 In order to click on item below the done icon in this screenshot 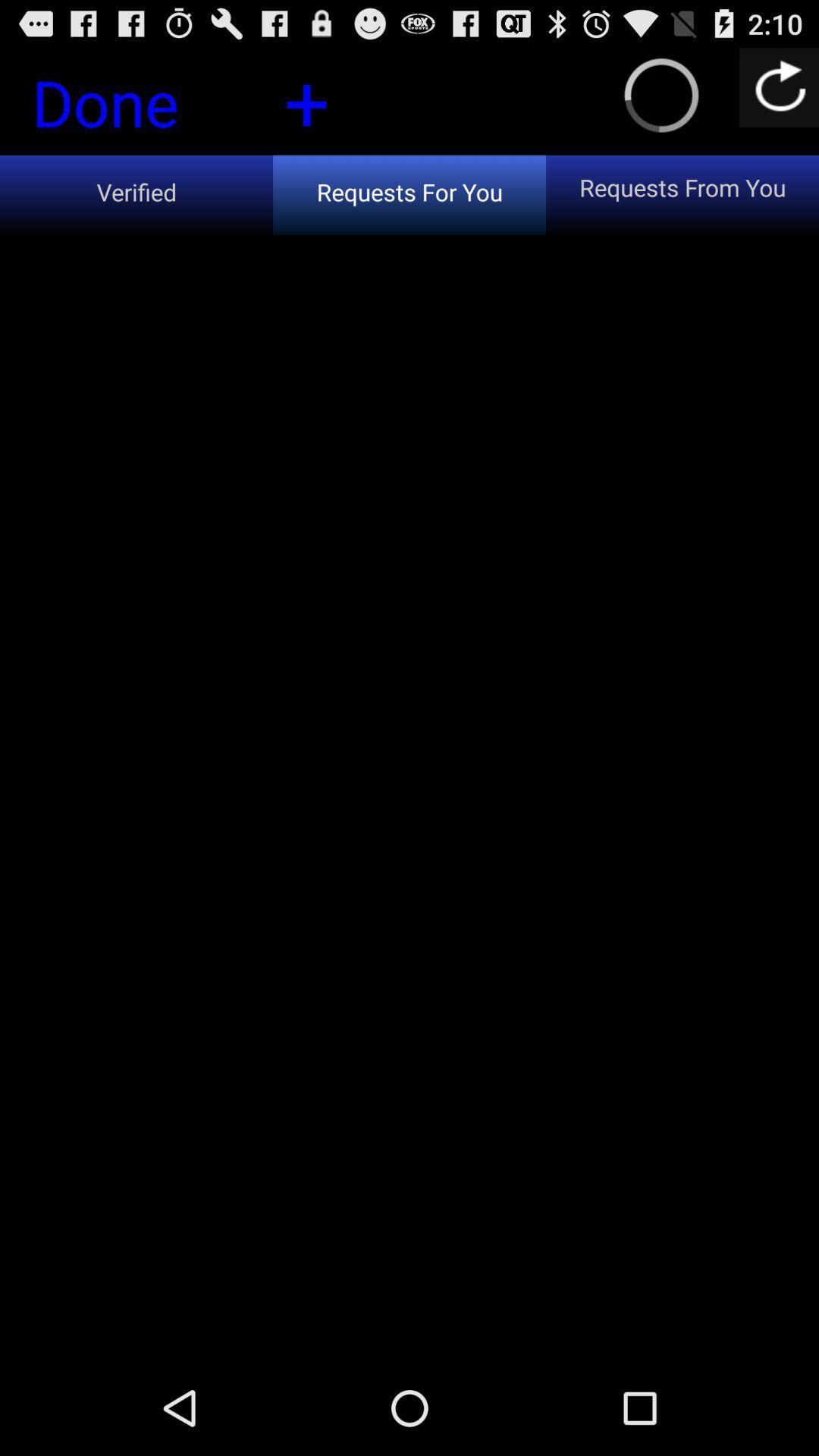, I will do `click(136, 194)`.